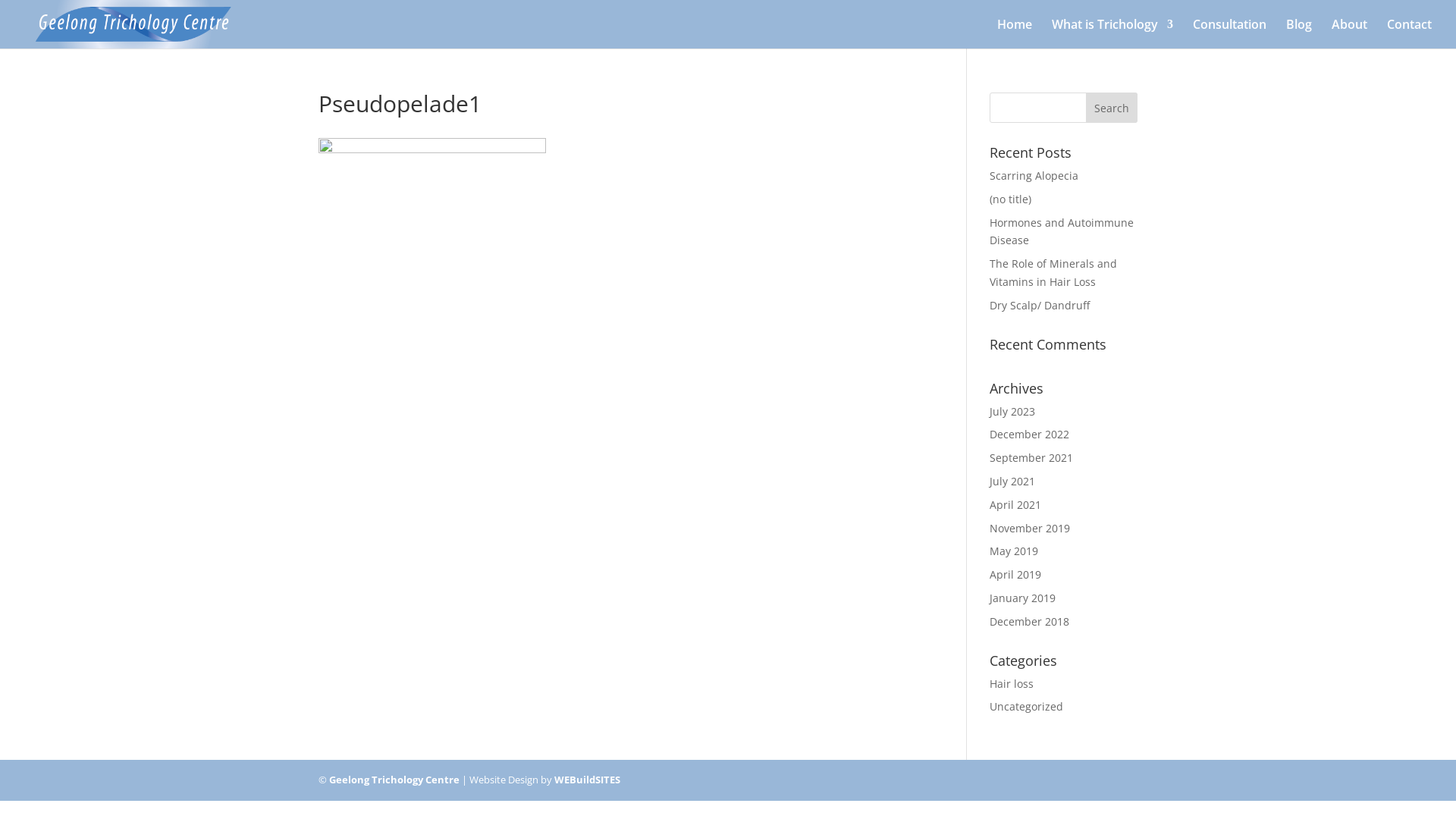 This screenshot has width=1456, height=819. Describe the element at coordinates (990, 174) in the screenshot. I see `'Scarring Alopecia'` at that location.